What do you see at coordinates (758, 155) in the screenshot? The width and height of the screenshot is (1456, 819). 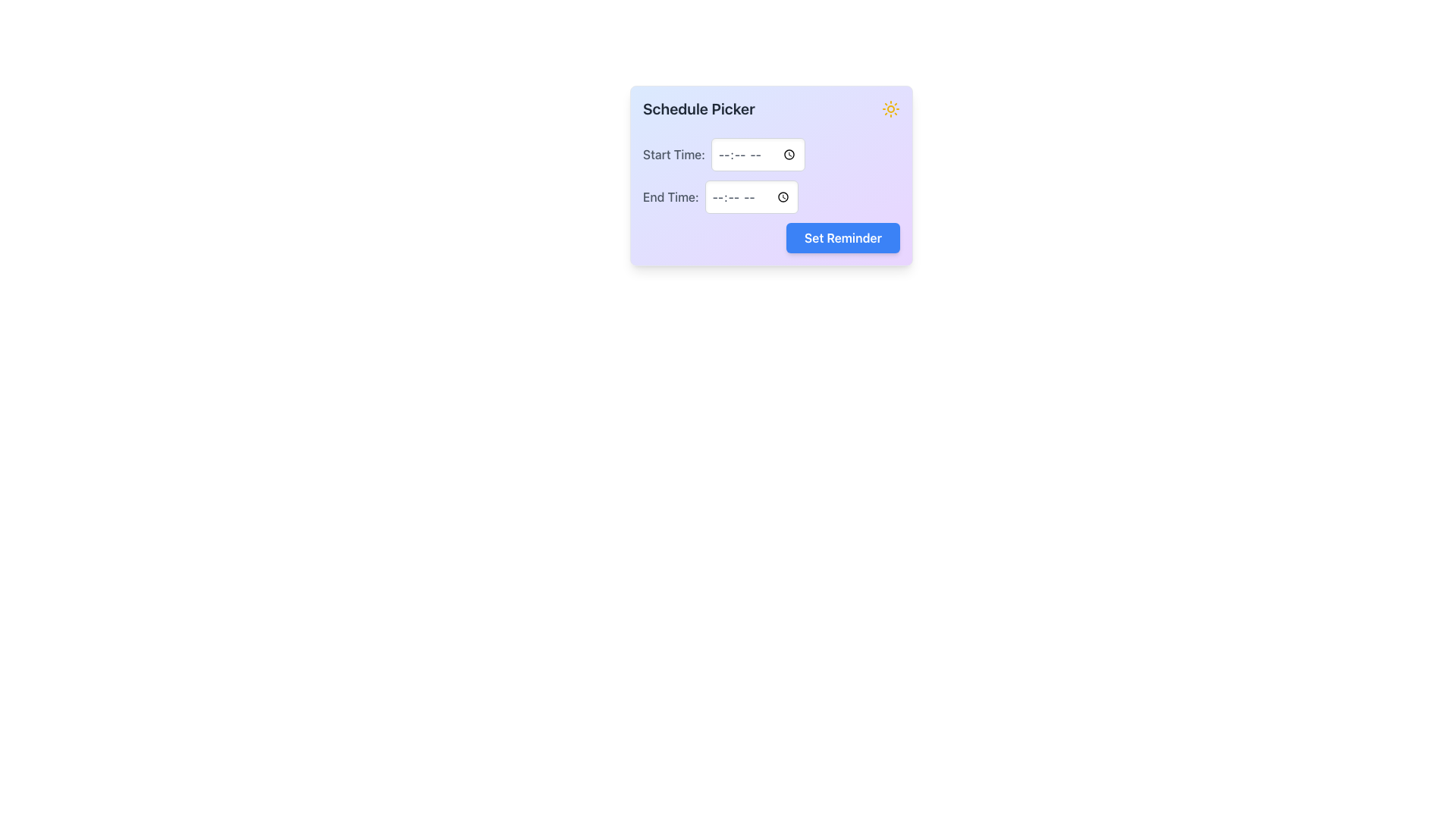 I see `the Time input field located within the 'Start Time:' section of the schedule picker interface` at bounding box center [758, 155].